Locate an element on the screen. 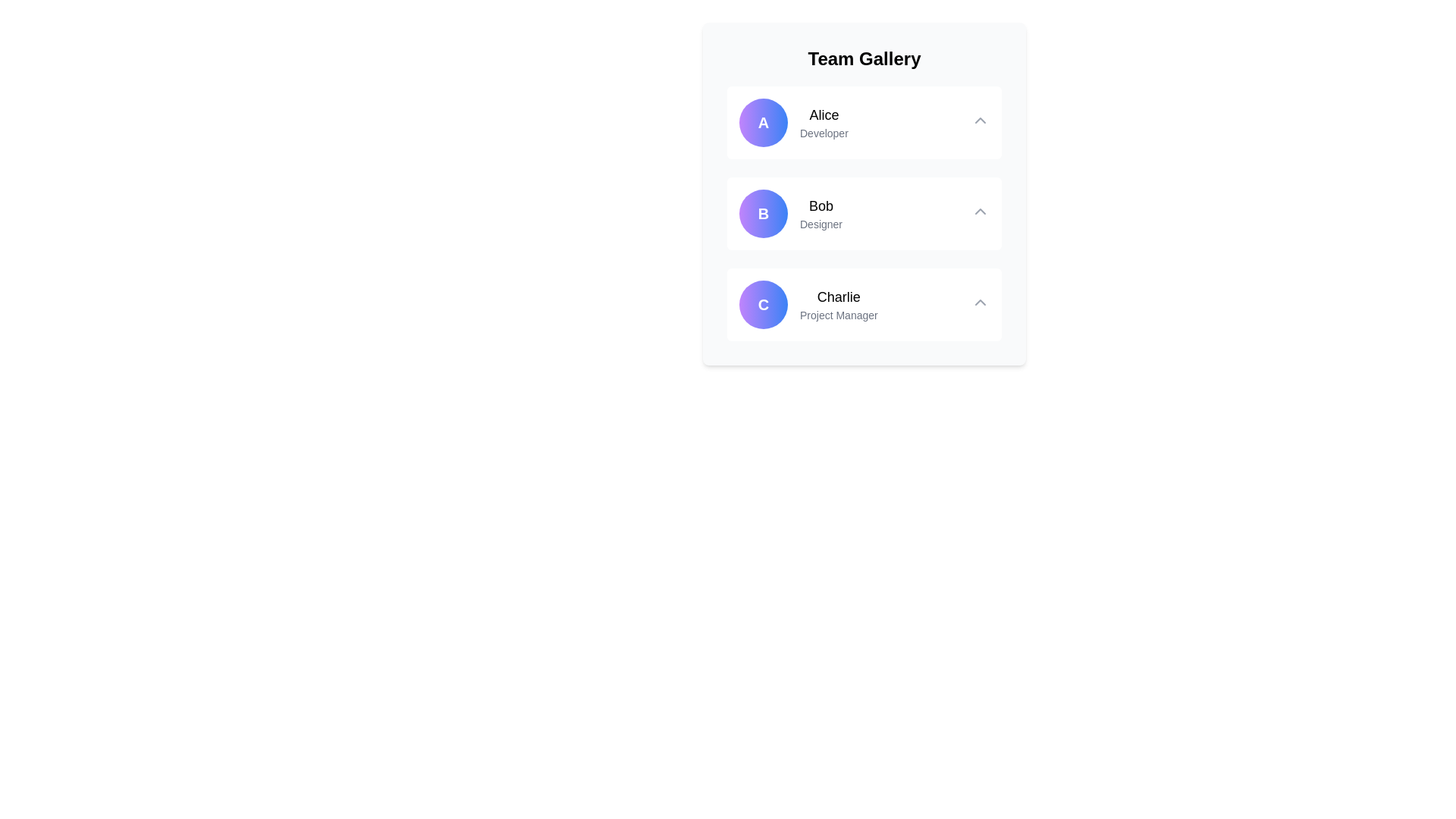 The image size is (1456, 819). the small gray triangular icon pointing upward located in the top-right corner of the user card labeled 'Alice' and 'Developer' is located at coordinates (980, 122).